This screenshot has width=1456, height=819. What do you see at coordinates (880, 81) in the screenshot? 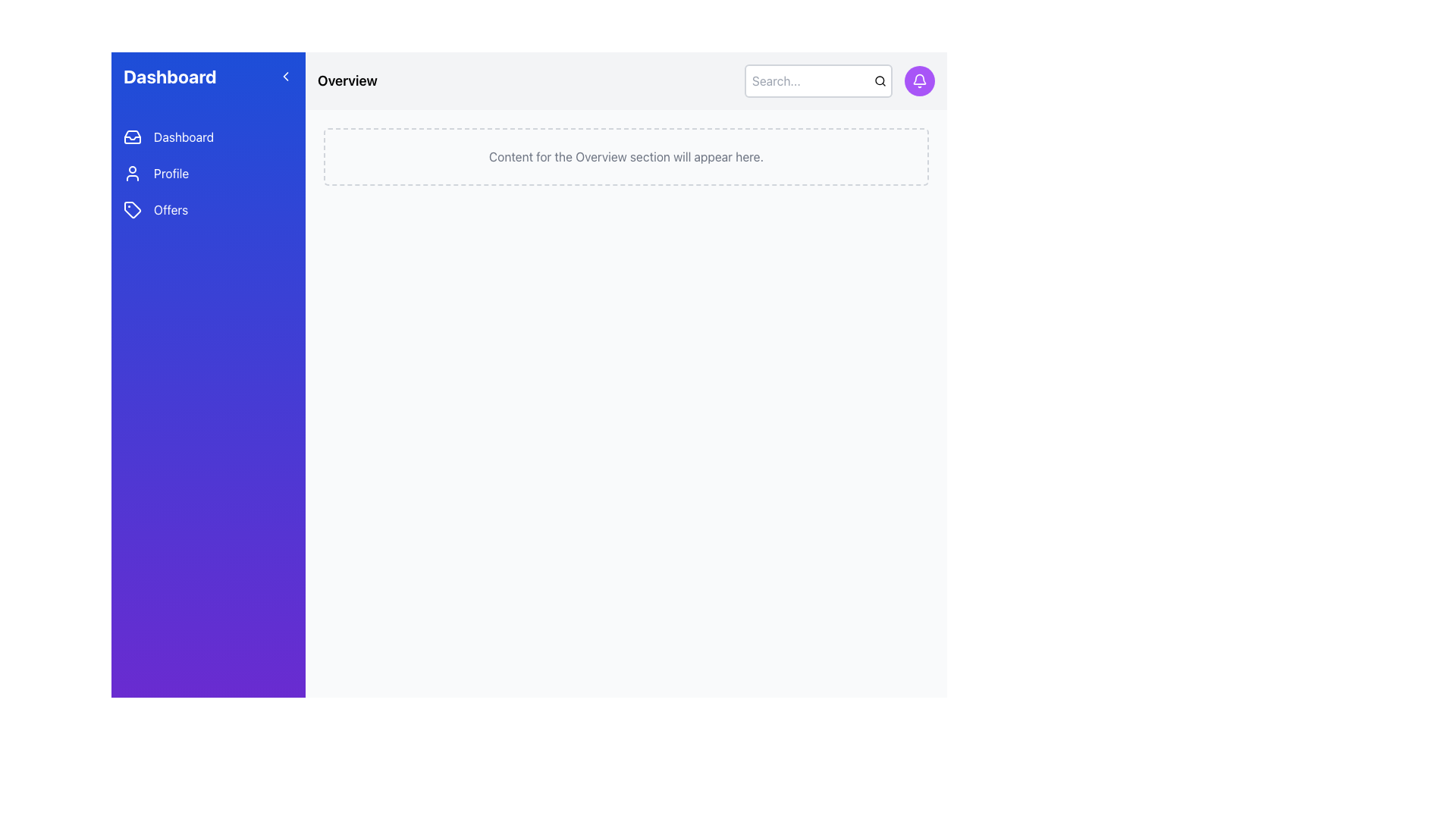
I see `the small black magnifying glass icon located at the right edge of the 'Search...' input field in the upper-right area of the interface` at bounding box center [880, 81].